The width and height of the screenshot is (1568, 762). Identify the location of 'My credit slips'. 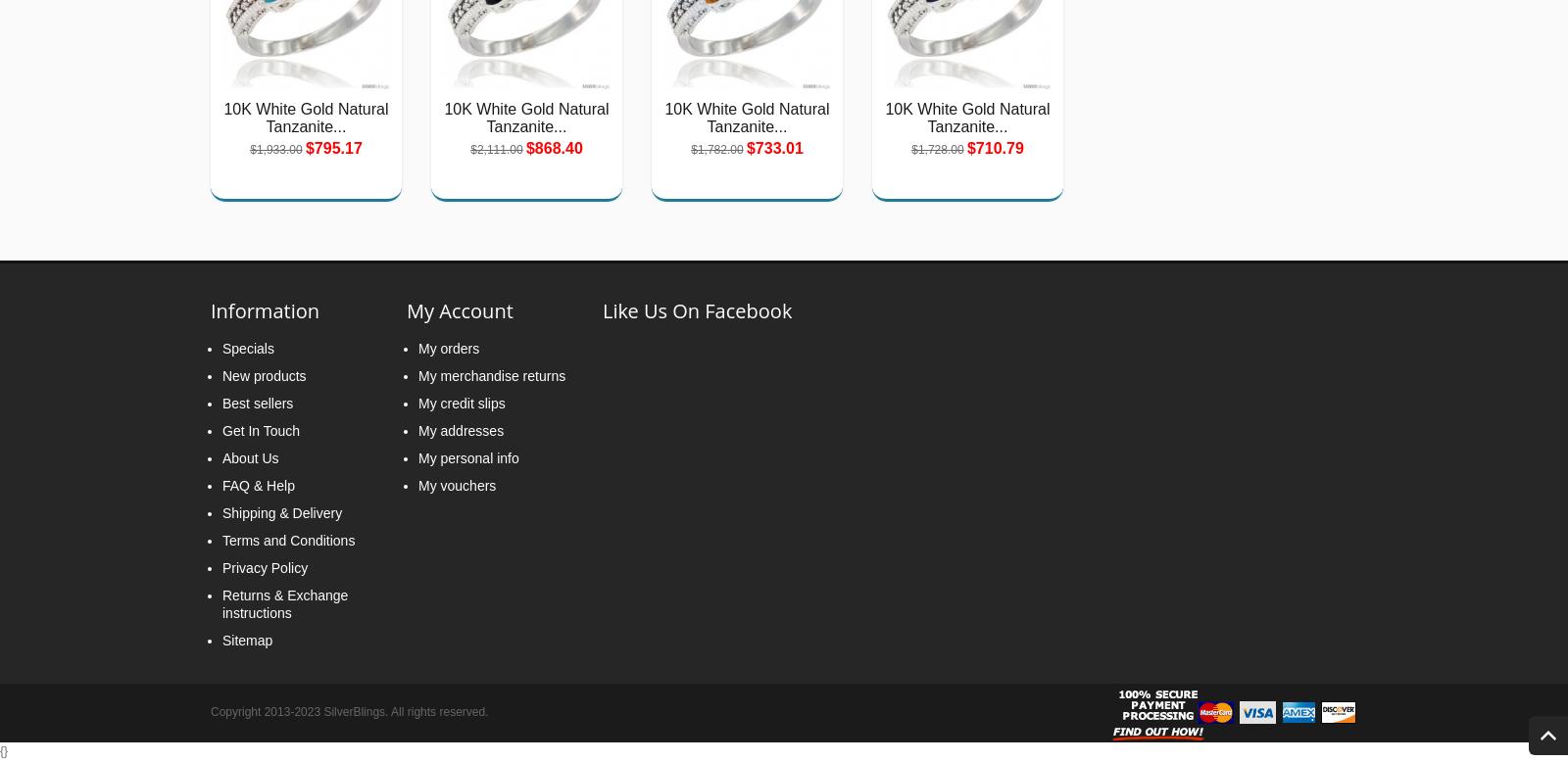
(461, 404).